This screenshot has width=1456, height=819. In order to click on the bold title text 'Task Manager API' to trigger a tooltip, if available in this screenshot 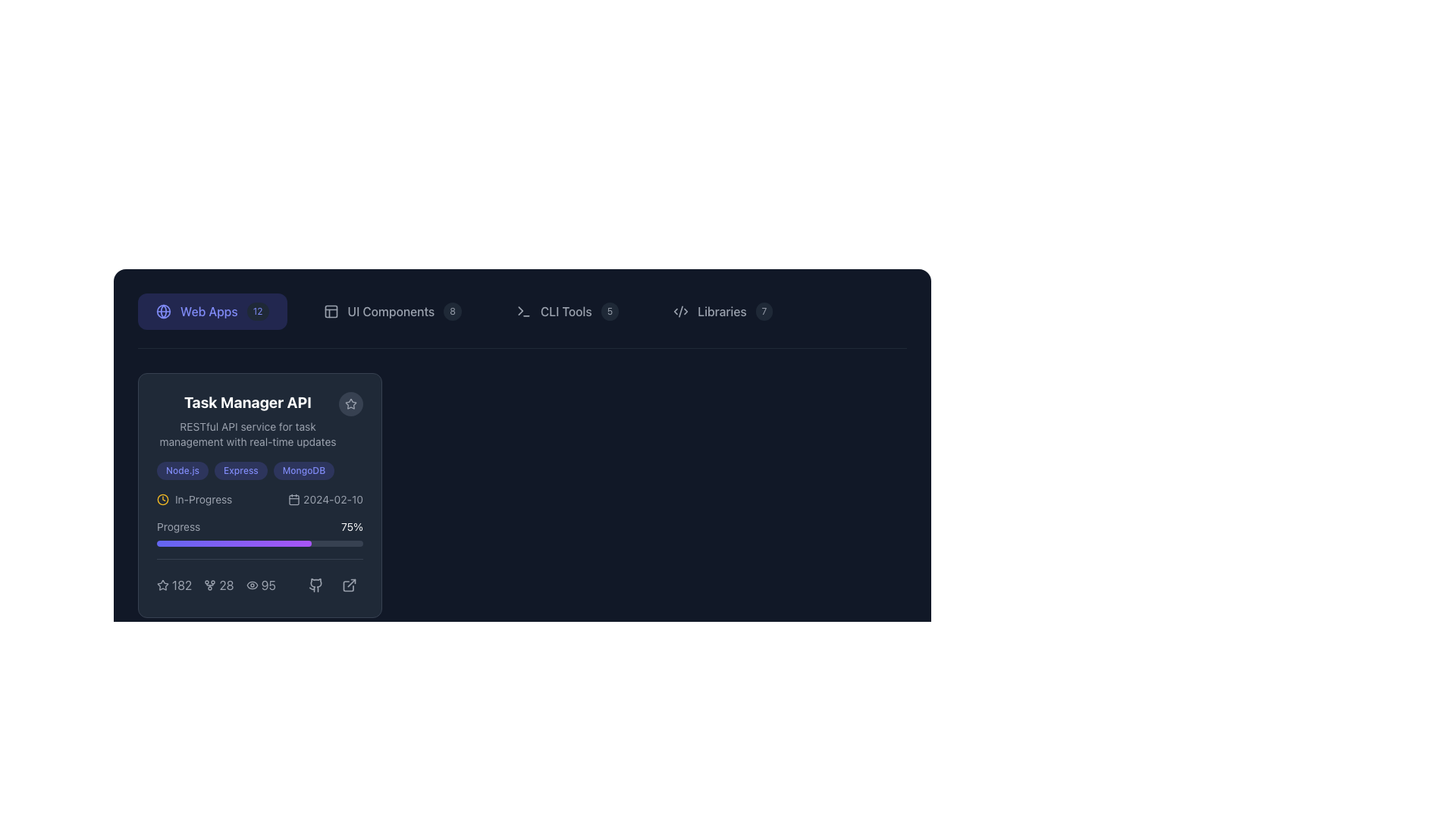, I will do `click(247, 402)`.